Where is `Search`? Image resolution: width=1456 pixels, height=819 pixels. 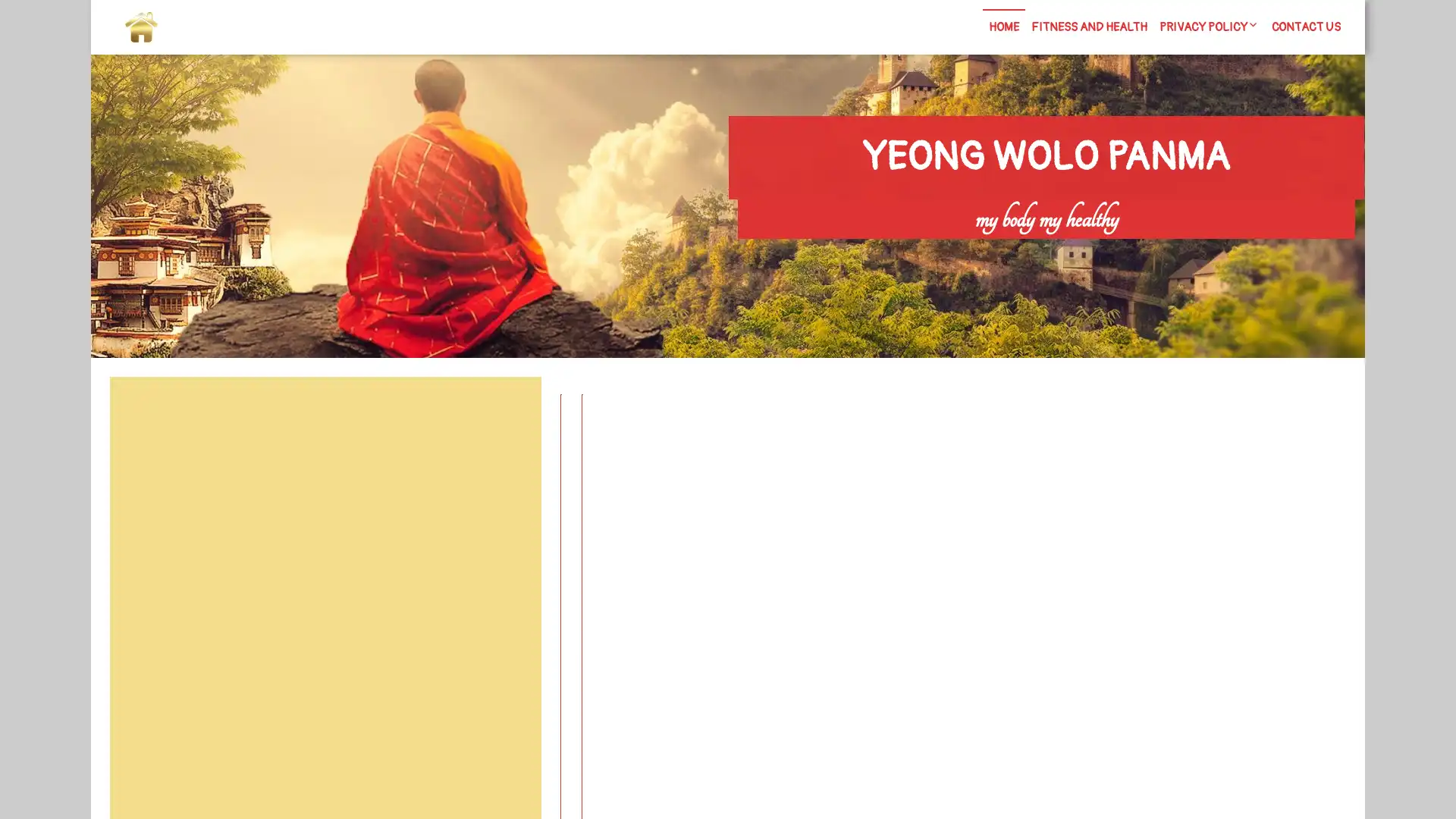 Search is located at coordinates (506, 413).